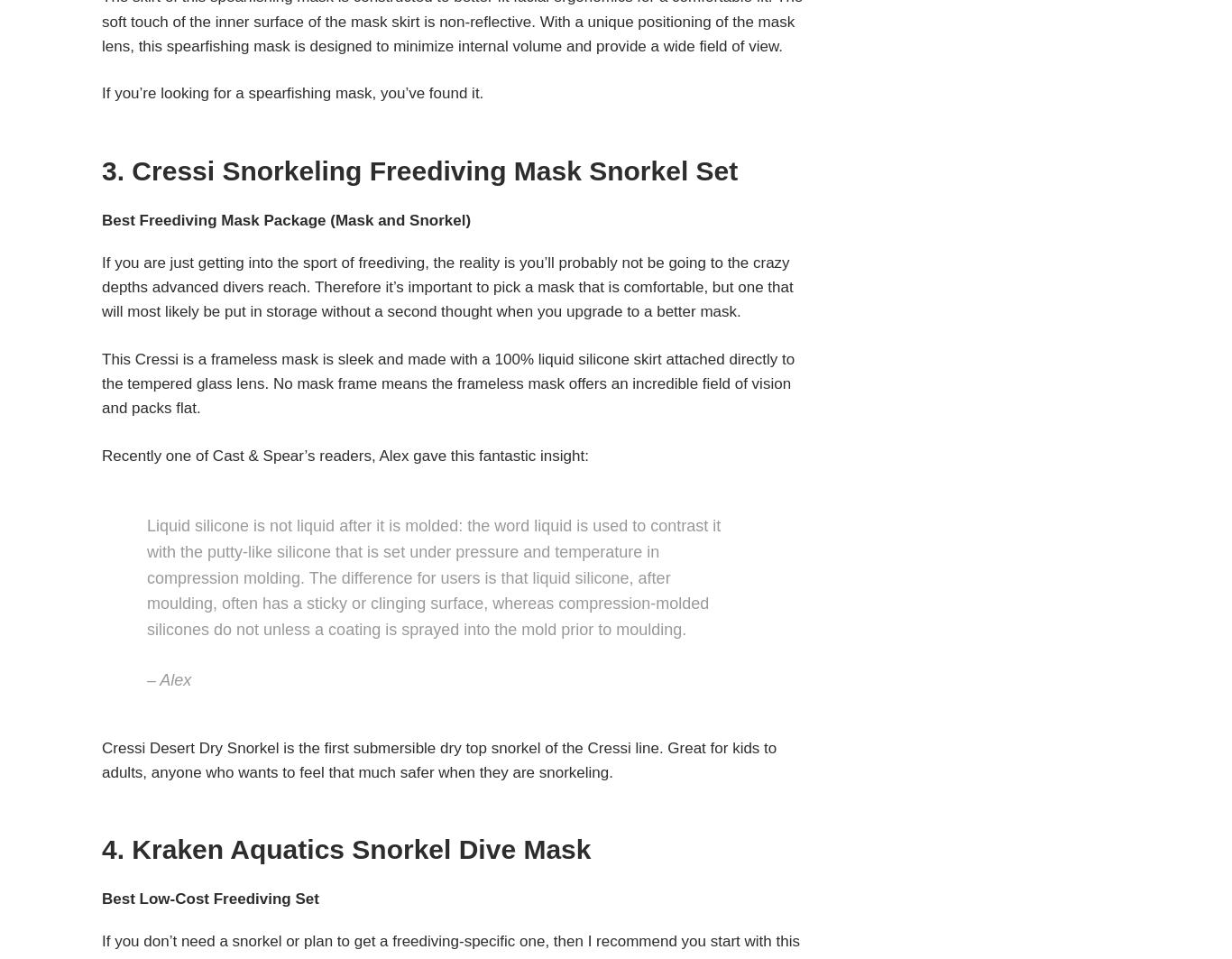 Image resolution: width=1232 pixels, height=959 pixels. Describe the element at coordinates (360, 848) in the screenshot. I see `'Kraken Aquatics Snorkel Dive Mask'` at that location.